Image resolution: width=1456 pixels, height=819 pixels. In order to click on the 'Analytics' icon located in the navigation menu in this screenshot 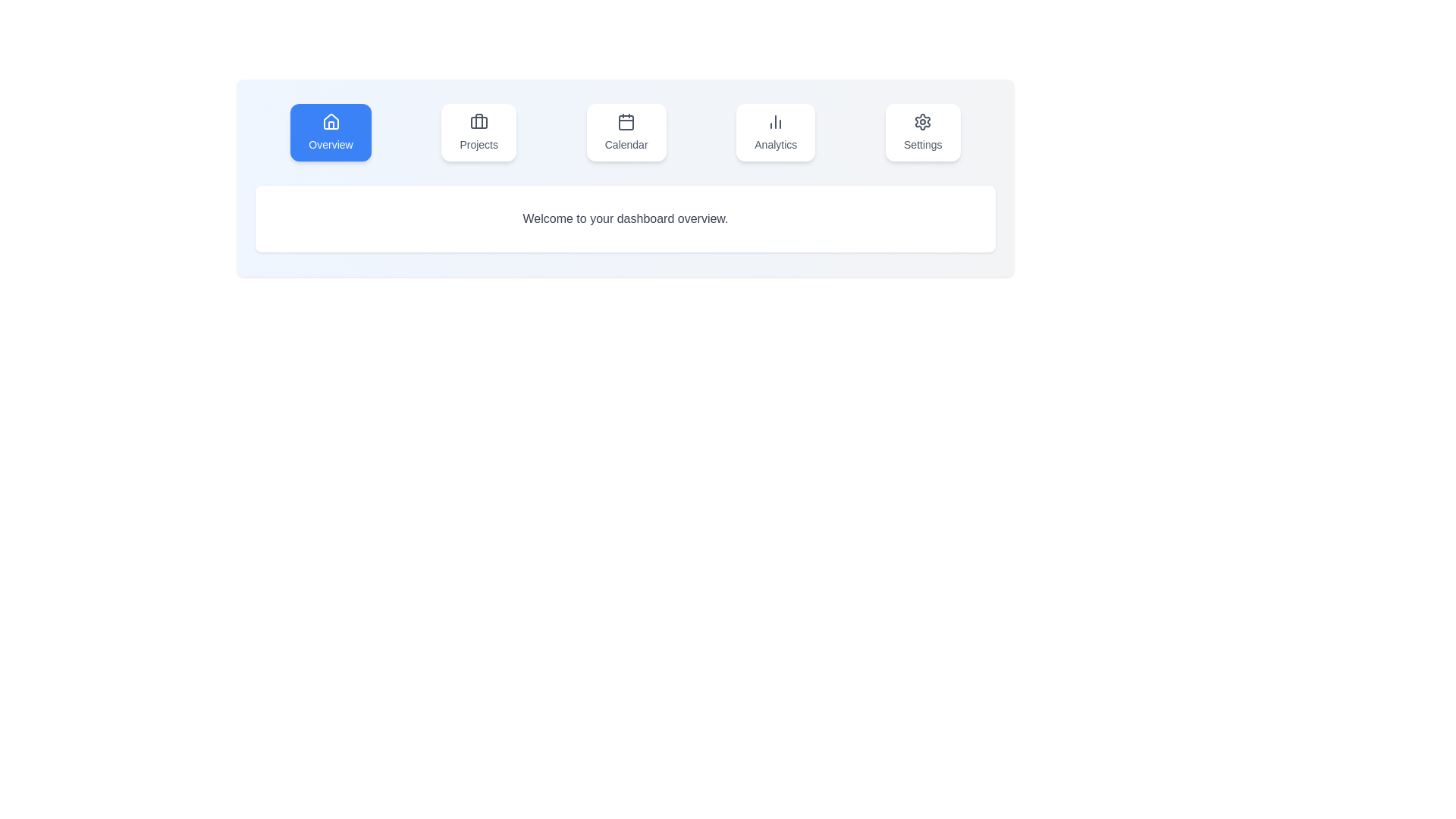, I will do `click(776, 121)`.